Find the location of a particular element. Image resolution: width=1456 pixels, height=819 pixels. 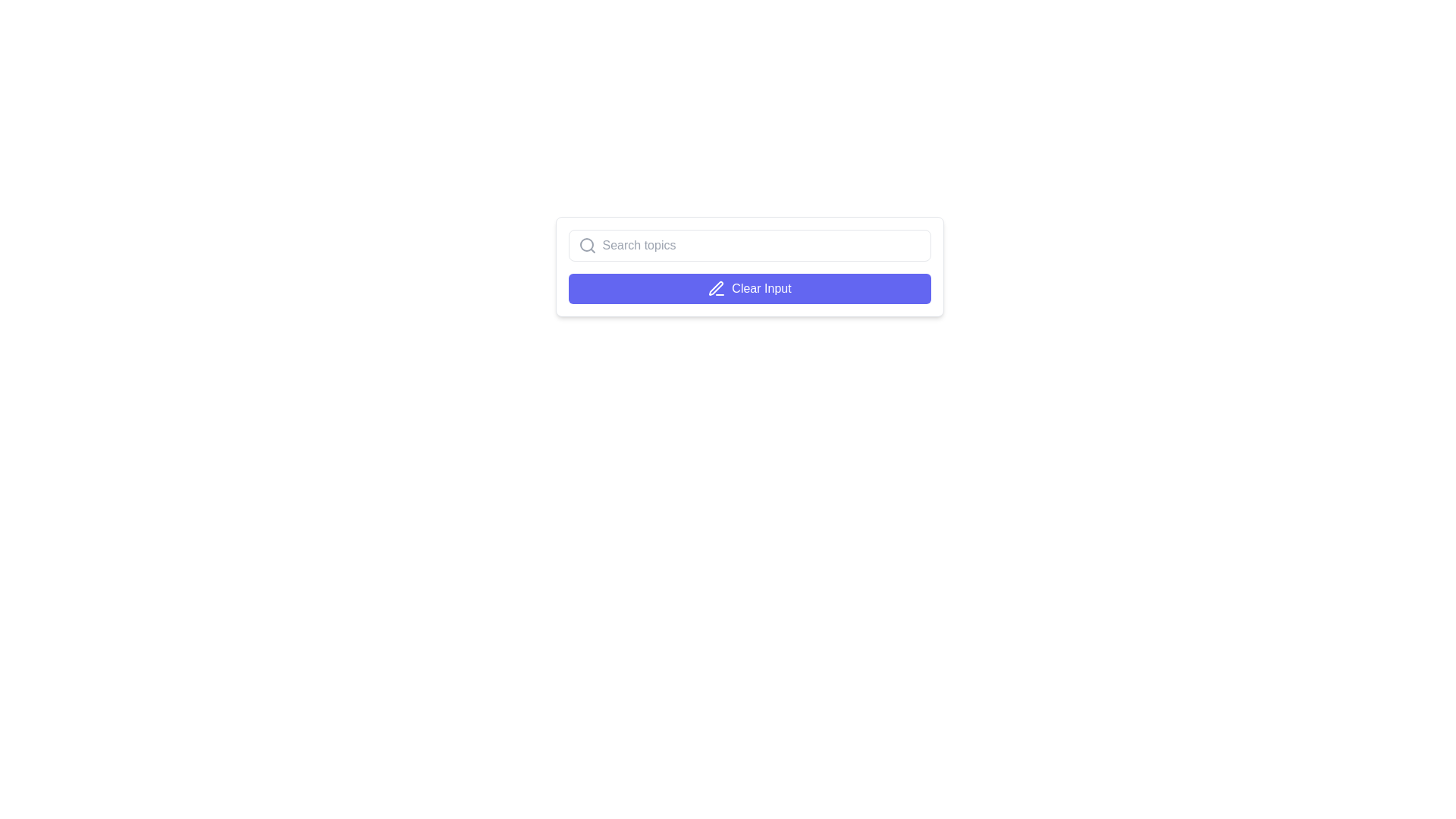

the Decorative SVG icon resembling a pen or edit tool, which is located within the 'Clear Input' button and is horizontally centered relative to it is located at coordinates (716, 289).